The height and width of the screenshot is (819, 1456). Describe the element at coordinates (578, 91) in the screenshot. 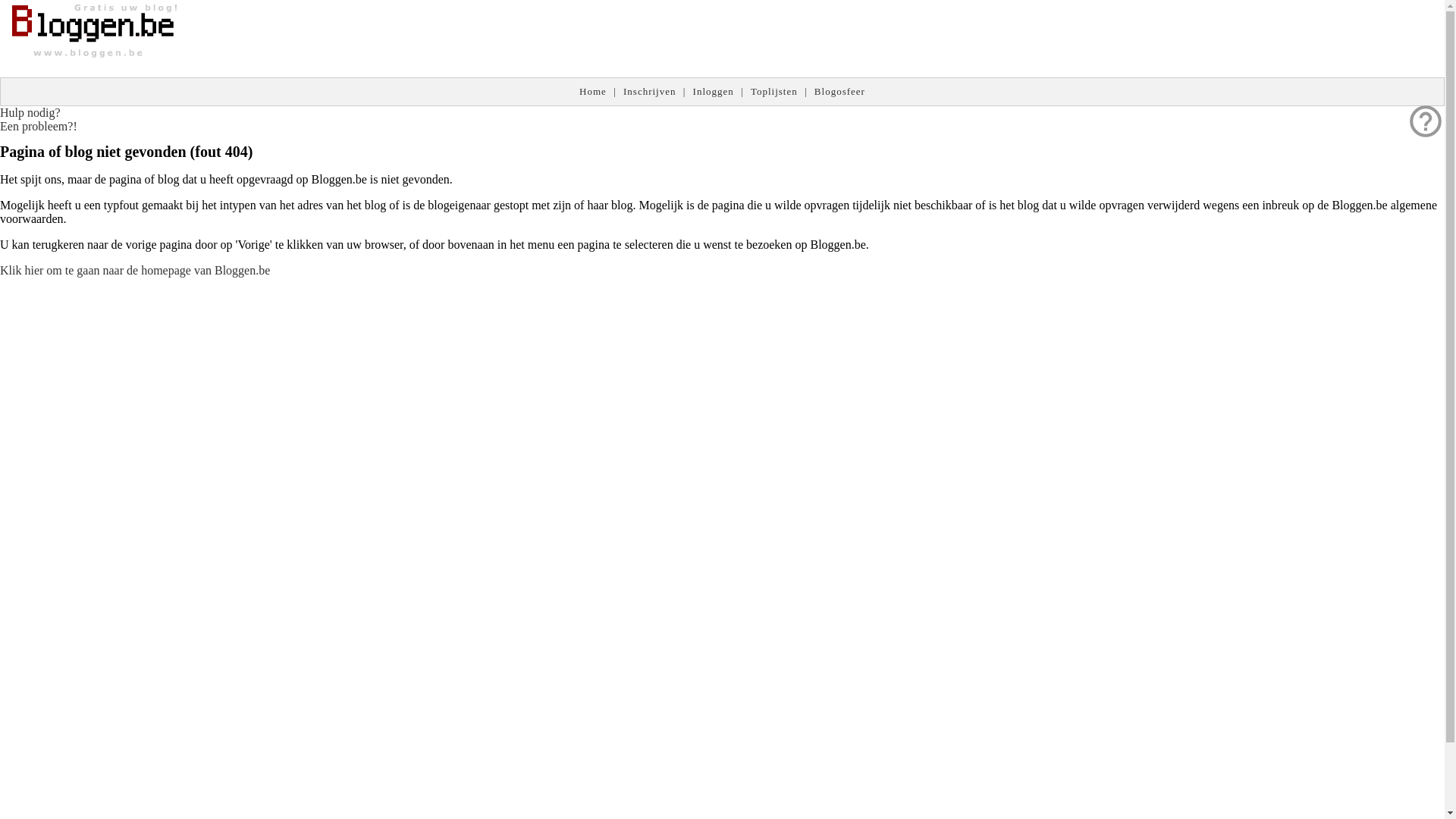

I see `'Home'` at that location.